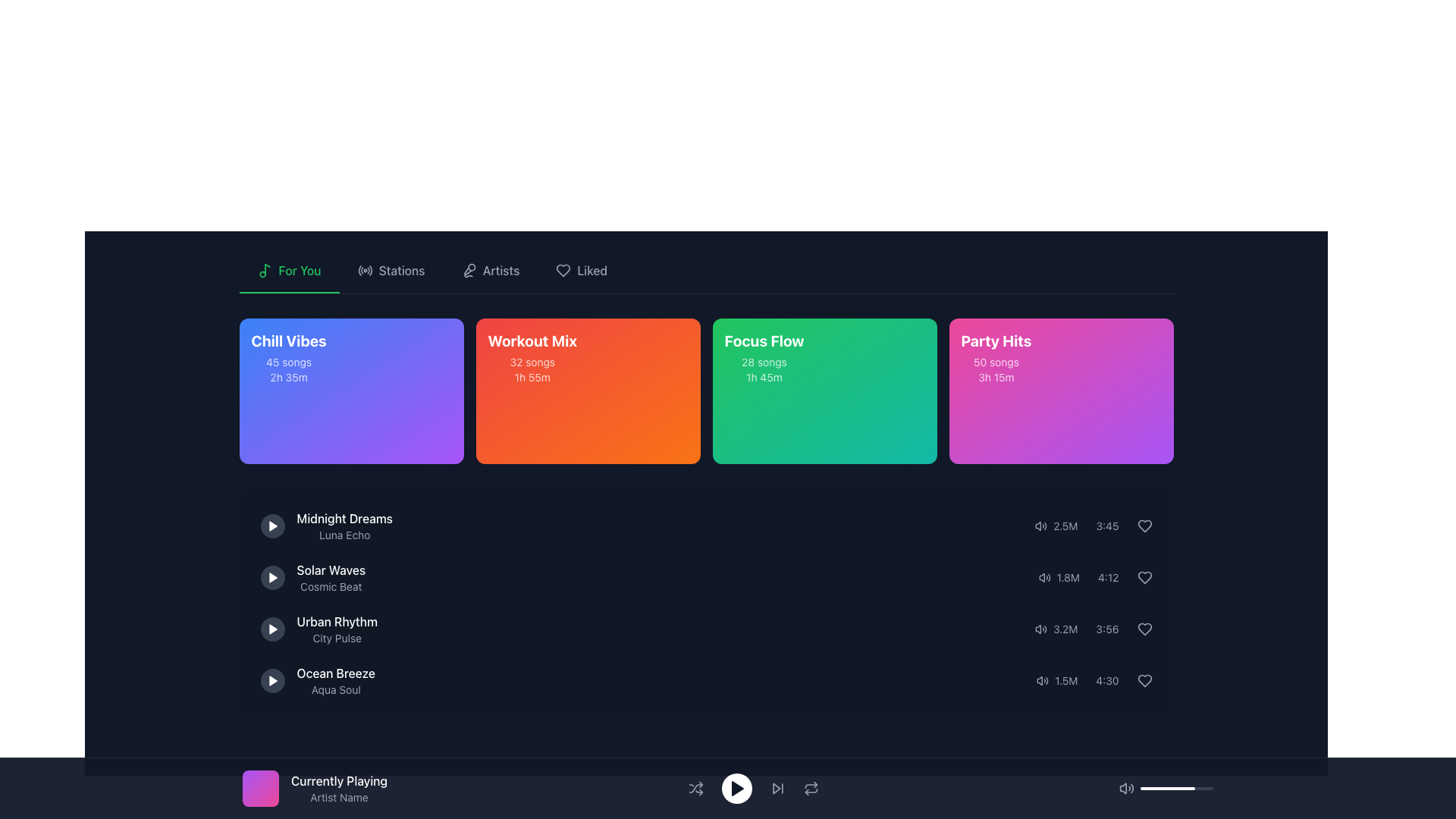  I want to click on the text label that provides supplementary information about the song 'Midnight Dreams', so click(344, 534).